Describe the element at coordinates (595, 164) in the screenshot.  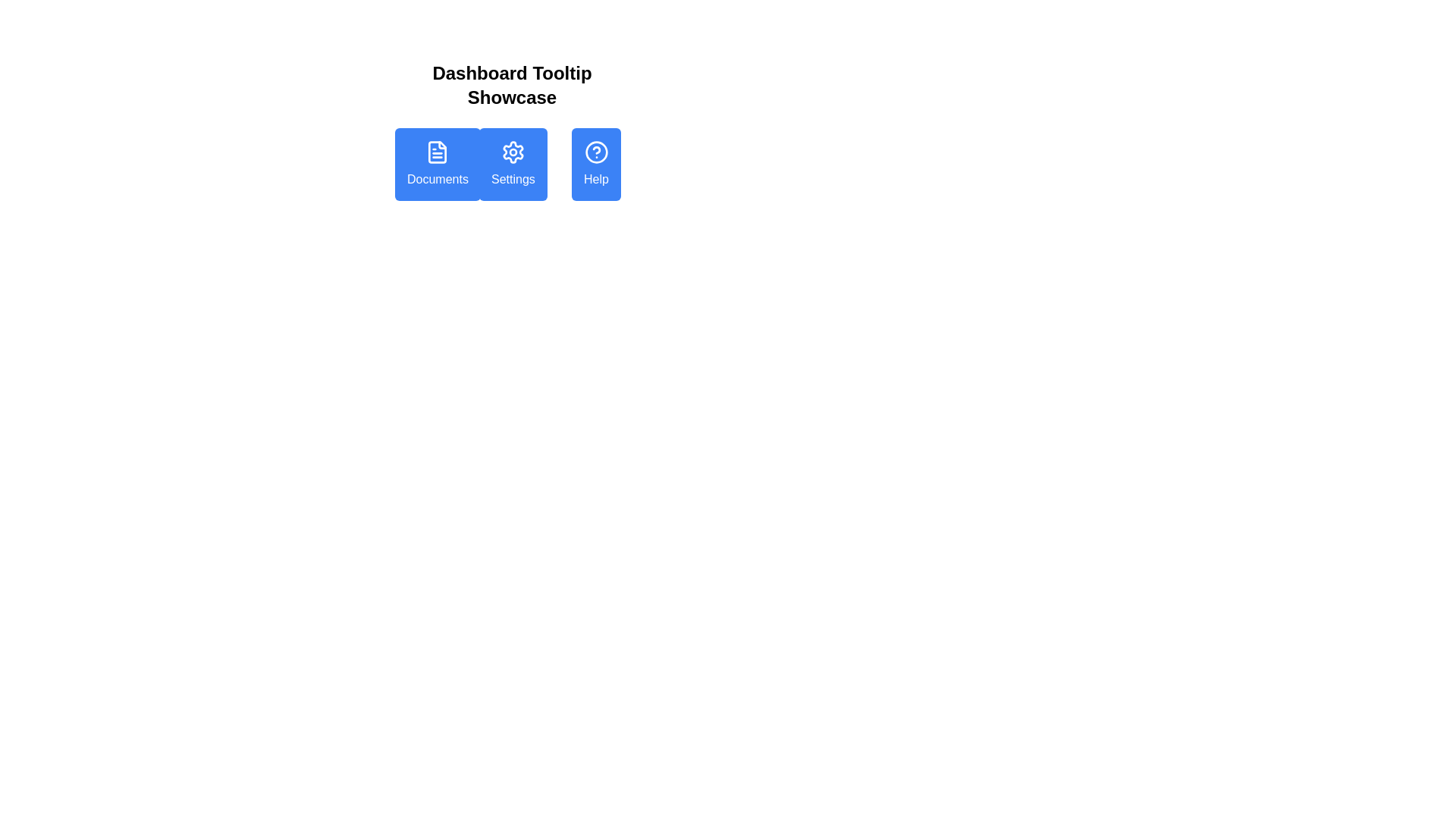
I see `the 'Help' button located in the rightmost column of the grid layout titled 'Dashboard Tooltip Showcase' to possibly reveal a tooltip` at that location.